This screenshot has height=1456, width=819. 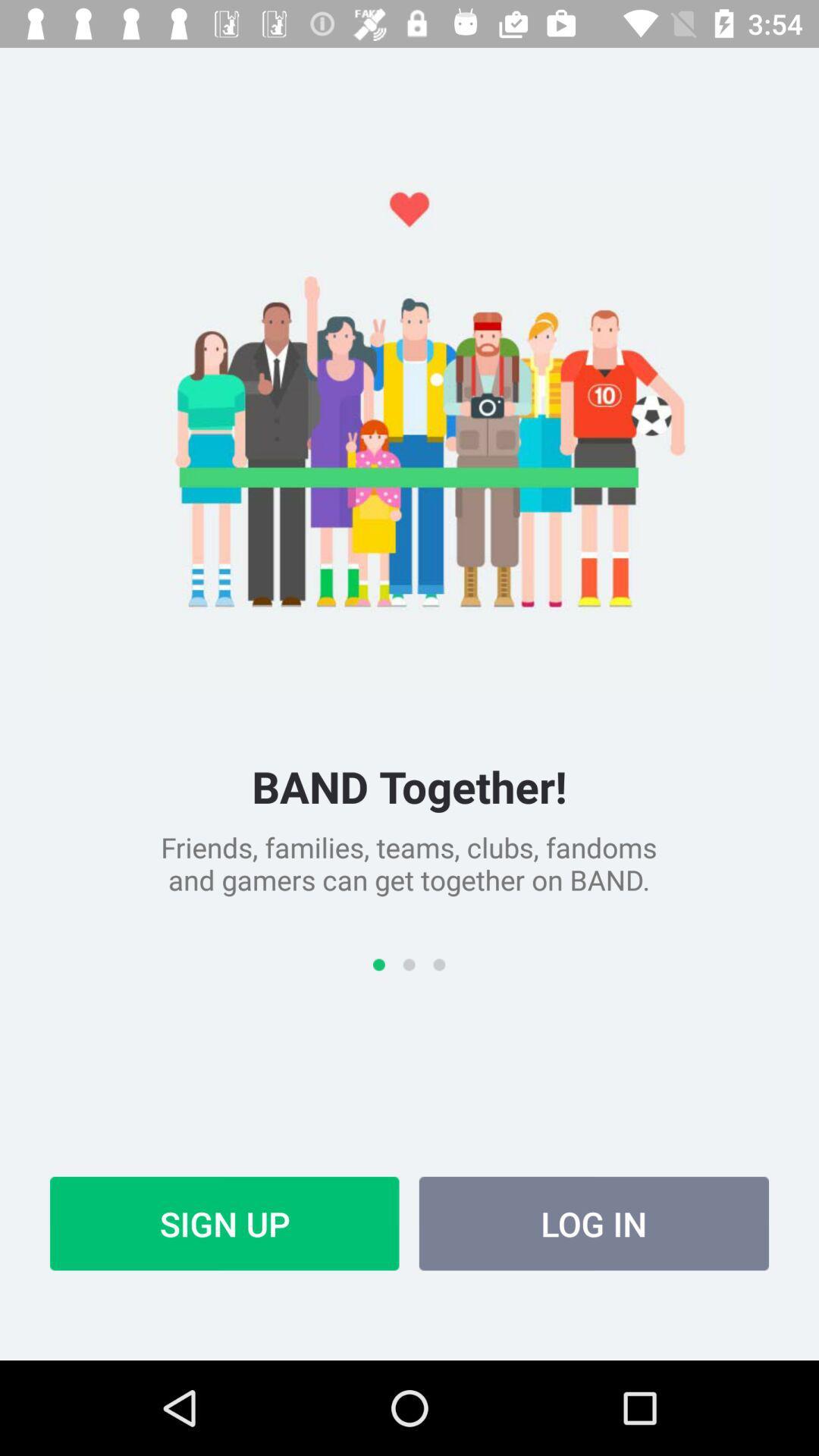 I want to click on icon to the left of the log in, so click(x=224, y=1223).